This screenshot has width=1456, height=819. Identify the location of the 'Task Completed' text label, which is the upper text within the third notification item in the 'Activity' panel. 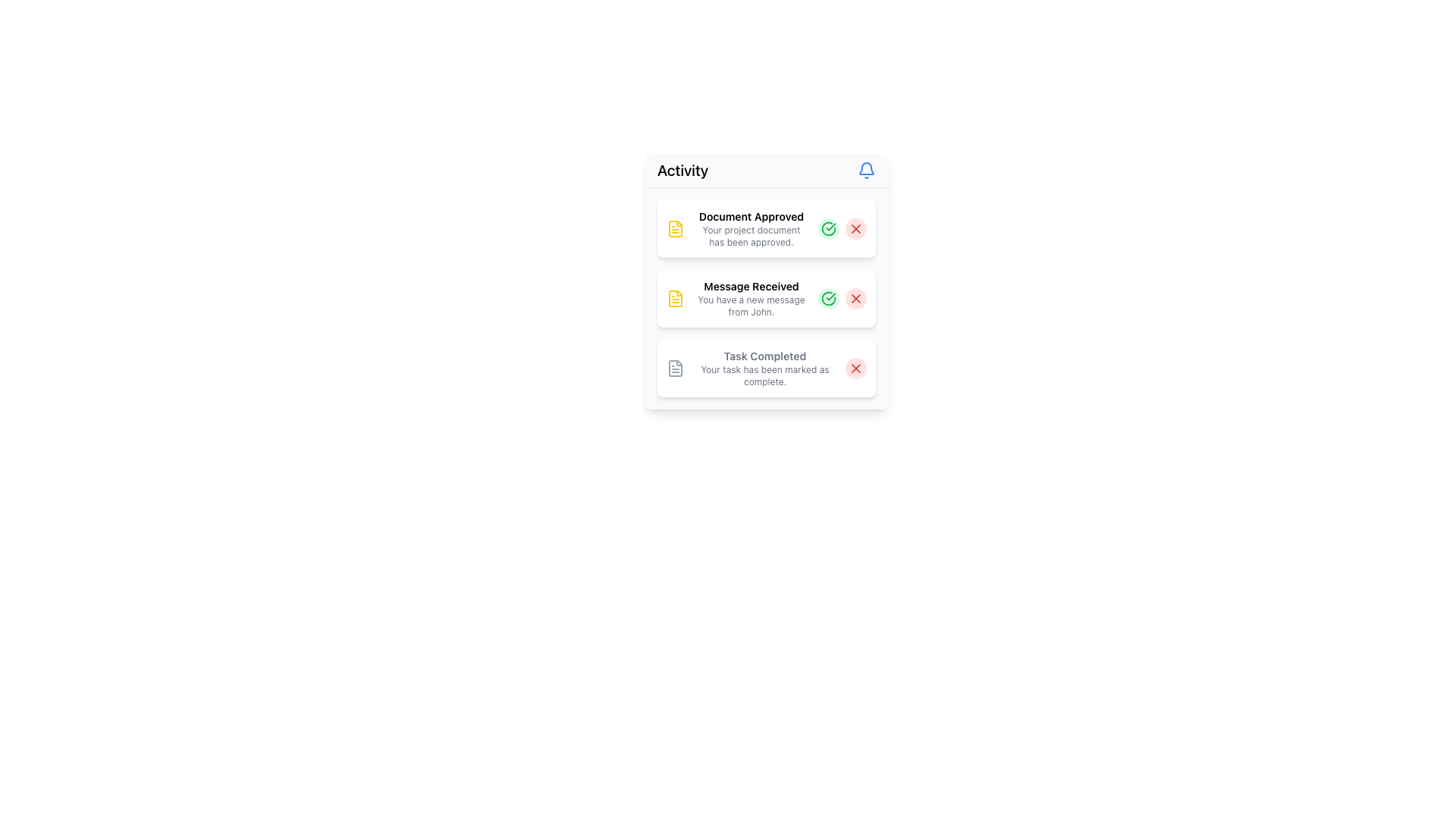
(764, 356).